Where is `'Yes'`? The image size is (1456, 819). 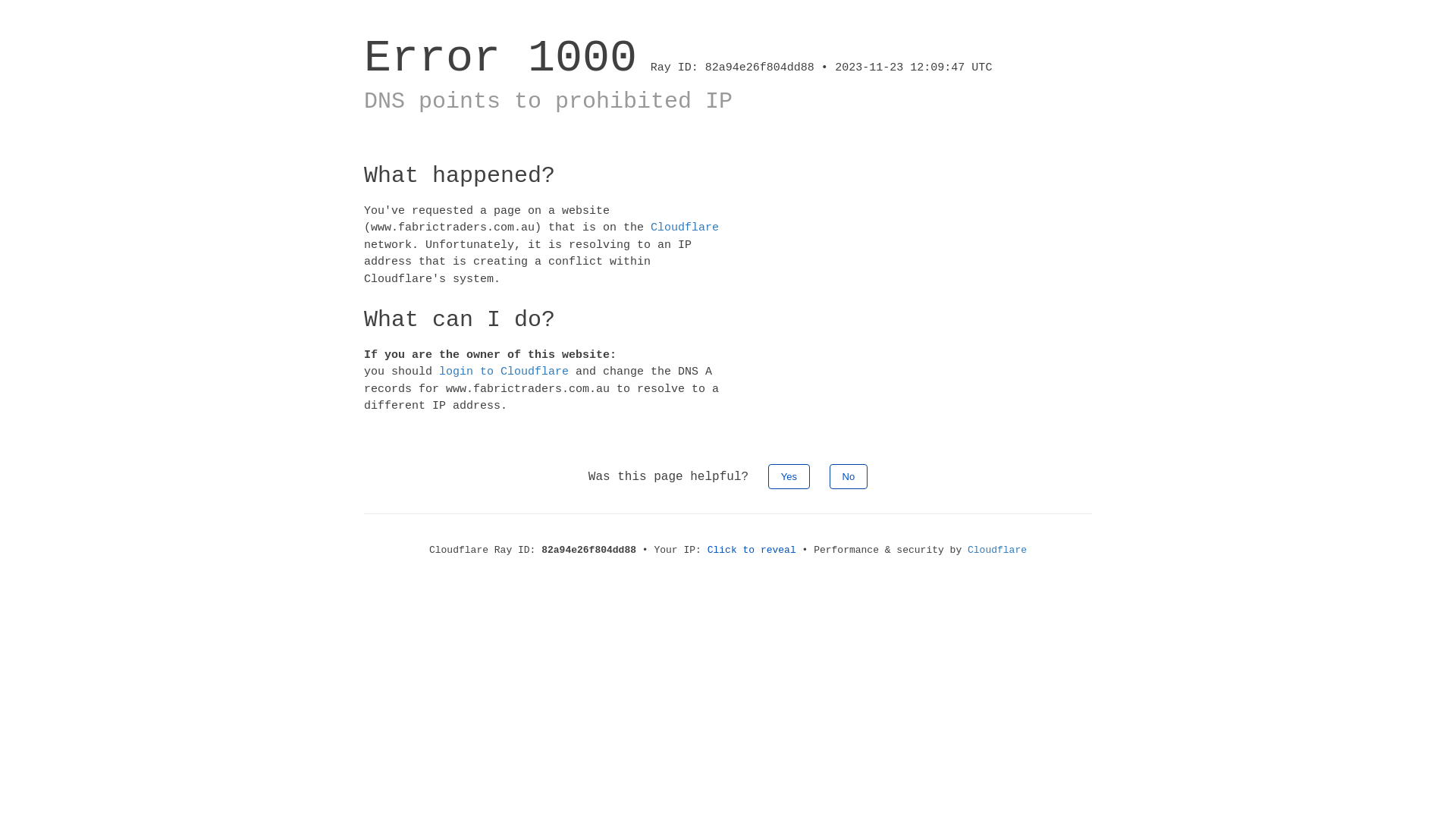 'Yes' is located at coordinates (789, 475).